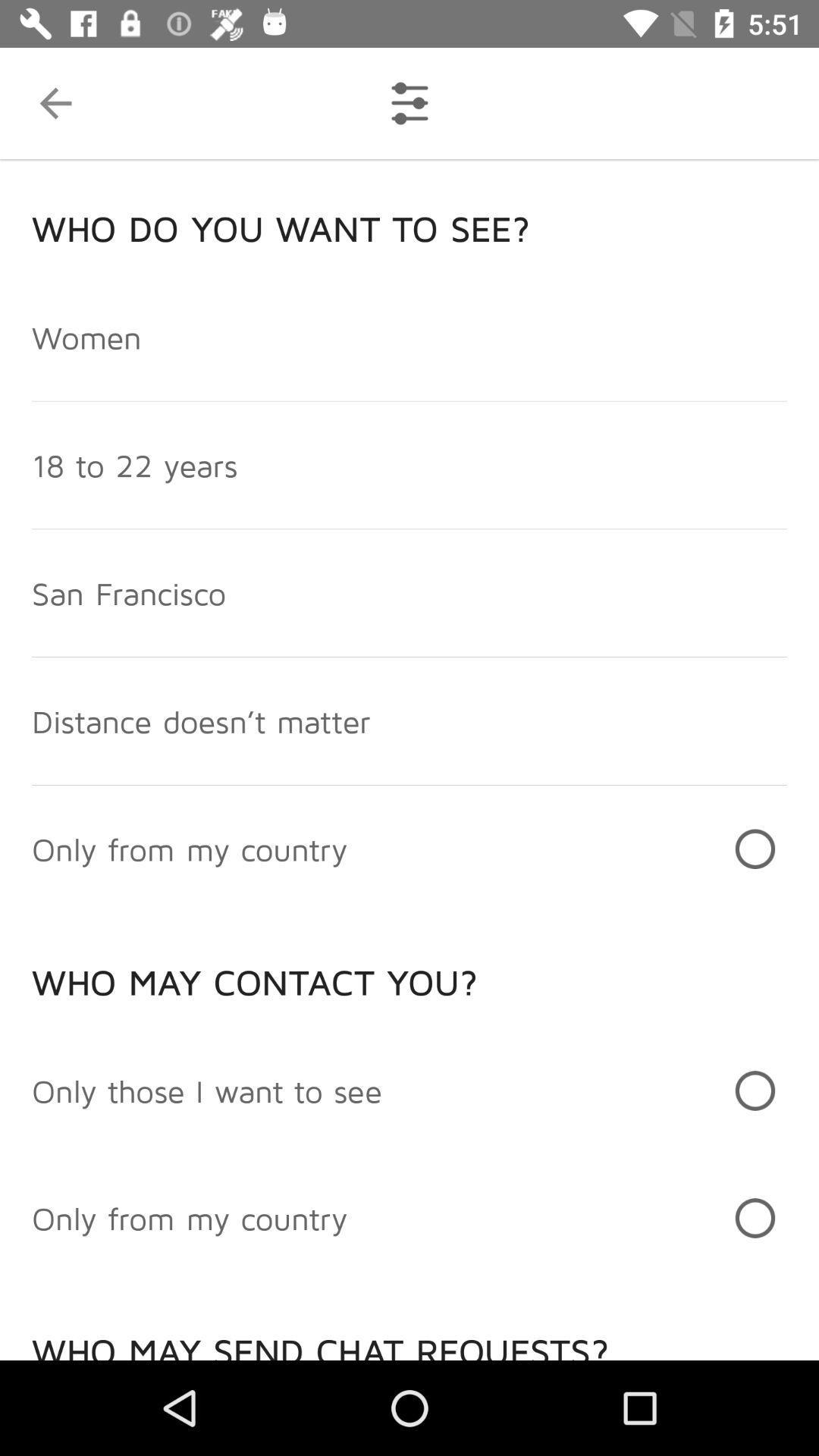 Image resolution: width=819 pixels, height=1456 pixels. What do you see at coordinates (200, 720) in the screenshot?
I see `the distance doesn t icon` at bounding box center [200, 720].